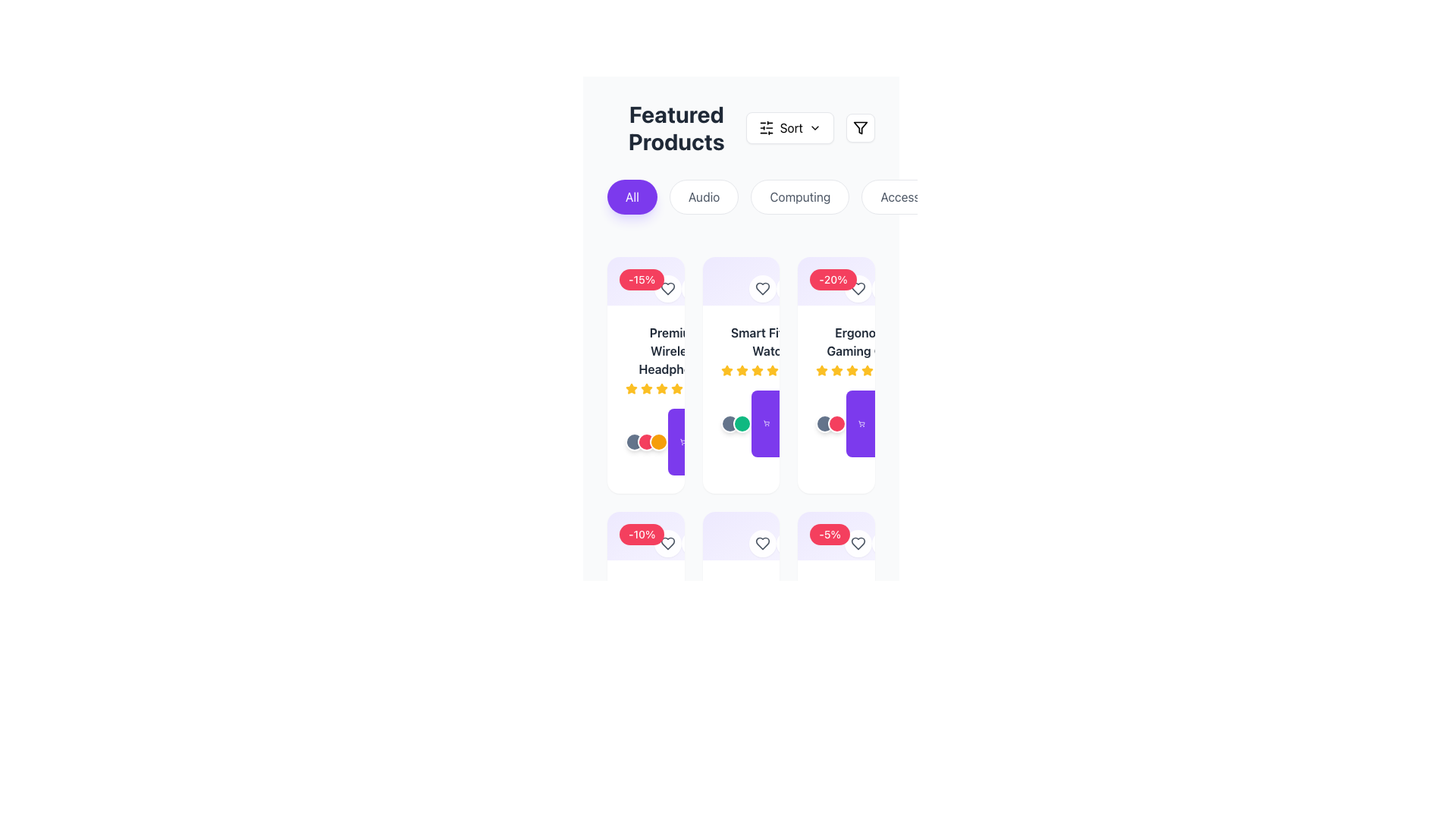 The width and height of the screenshot is (1456, 819). Describe the element at coordinates (726, 371) in the screenshot. I see `the first star icon in the rating system of the 'Smart Fit Watch' card, which visually indicates a score of 4.8` at that location.